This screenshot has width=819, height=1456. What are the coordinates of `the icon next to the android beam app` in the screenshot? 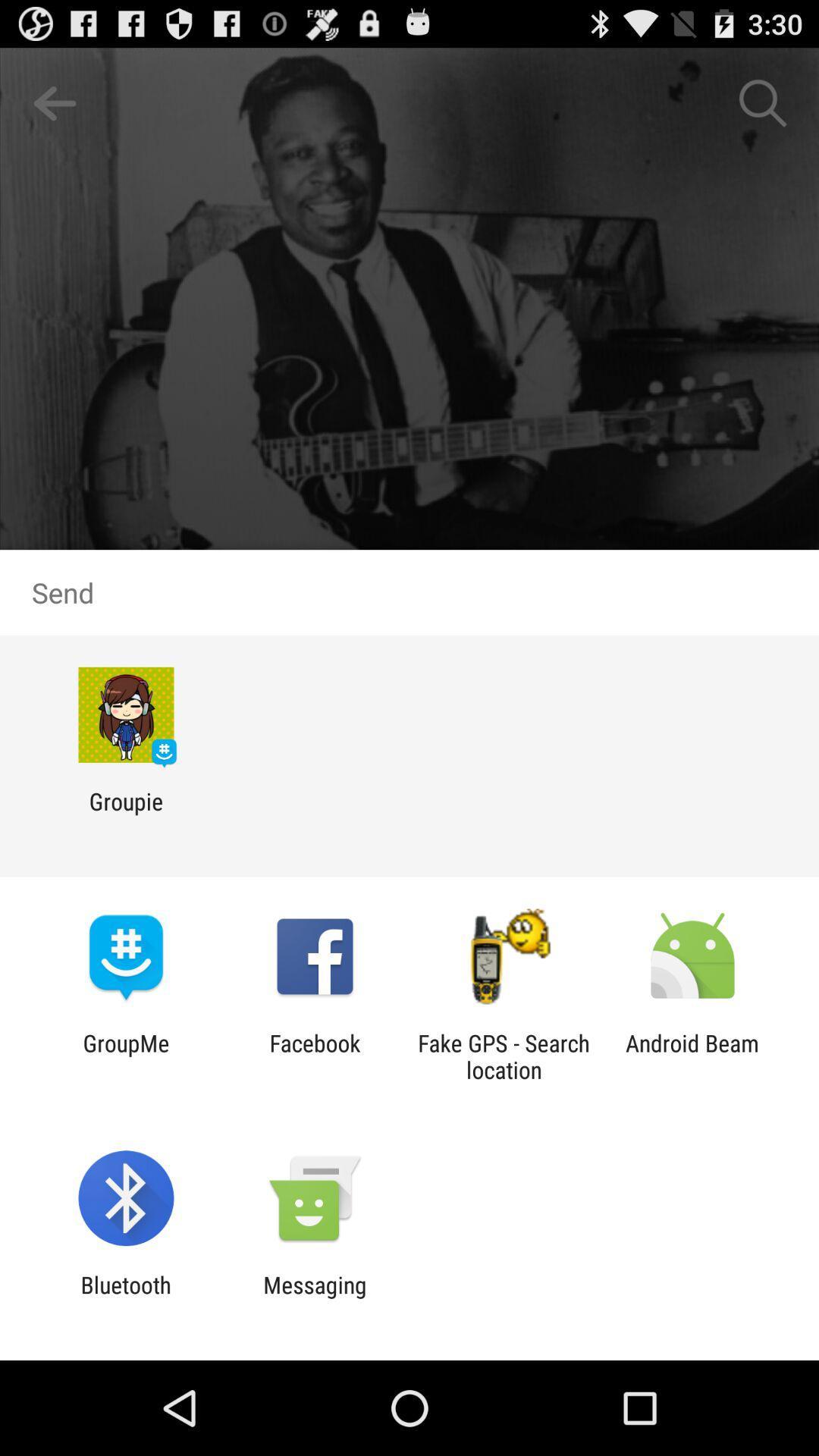 It's located at (504, 1056).